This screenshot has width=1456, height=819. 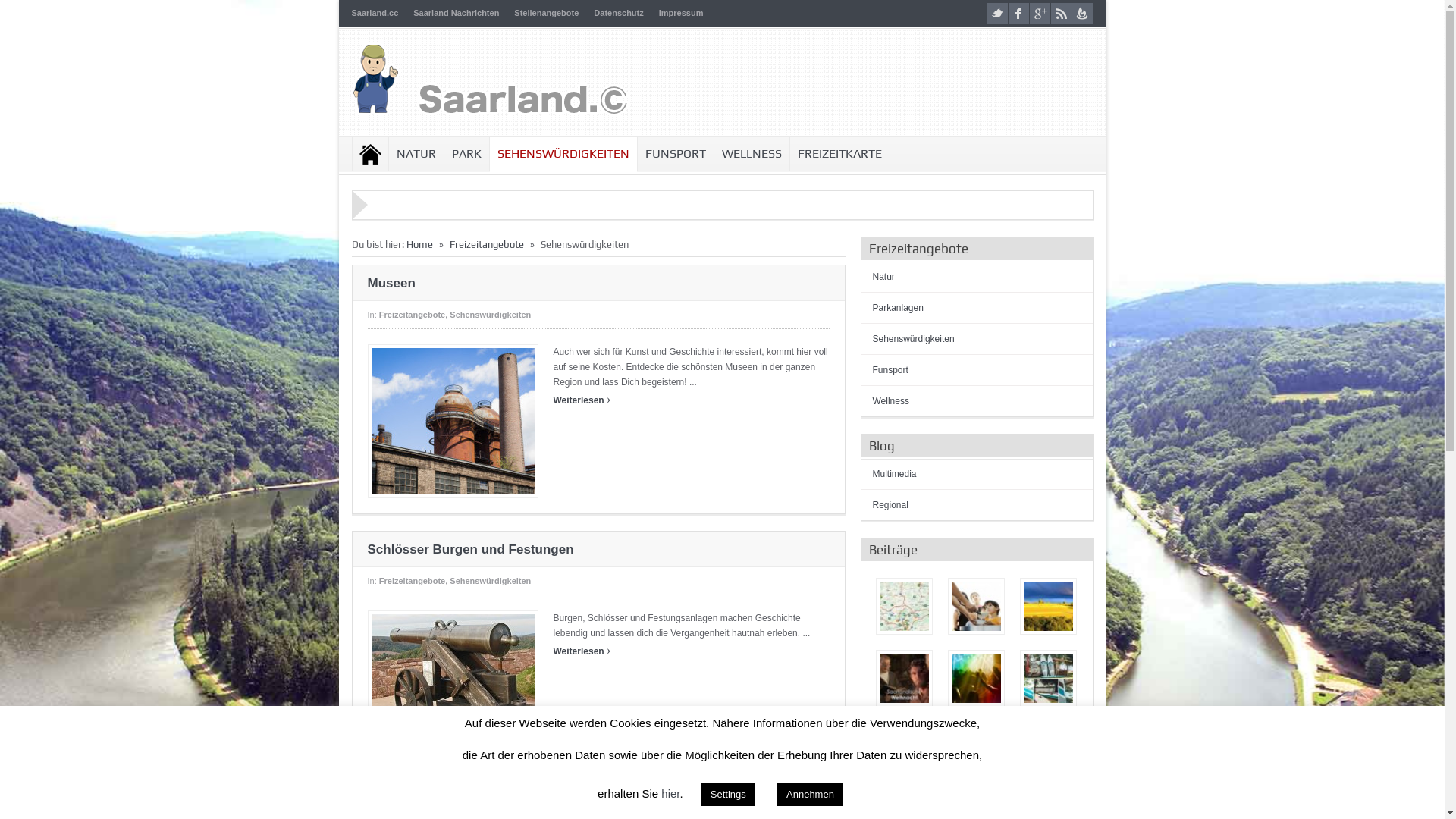 I want to click on 'twitter', so click(x=997, y=13).